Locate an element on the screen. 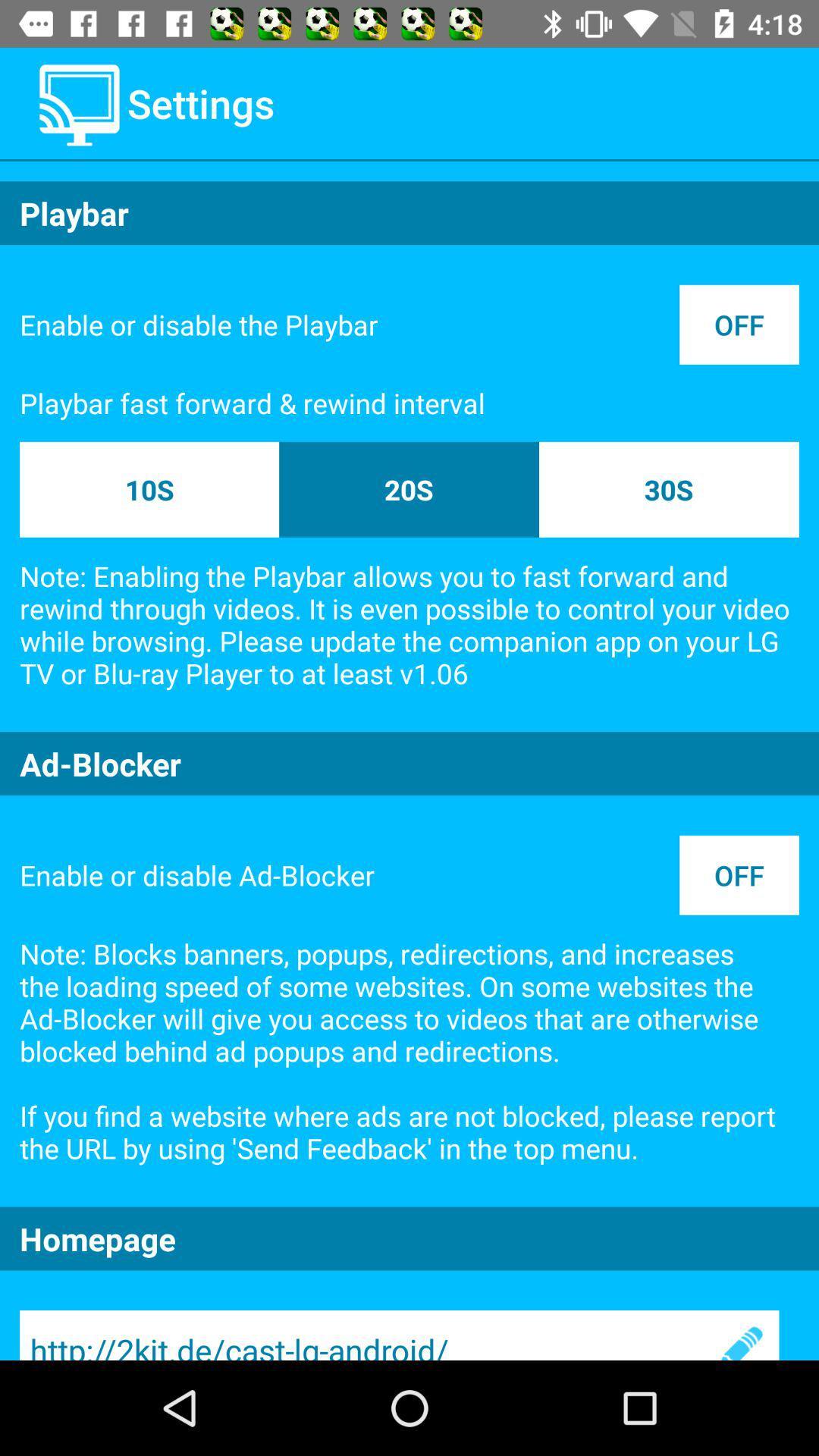 The image size is (819, 1456). edit homepage is located at coordinates (739, 1335).